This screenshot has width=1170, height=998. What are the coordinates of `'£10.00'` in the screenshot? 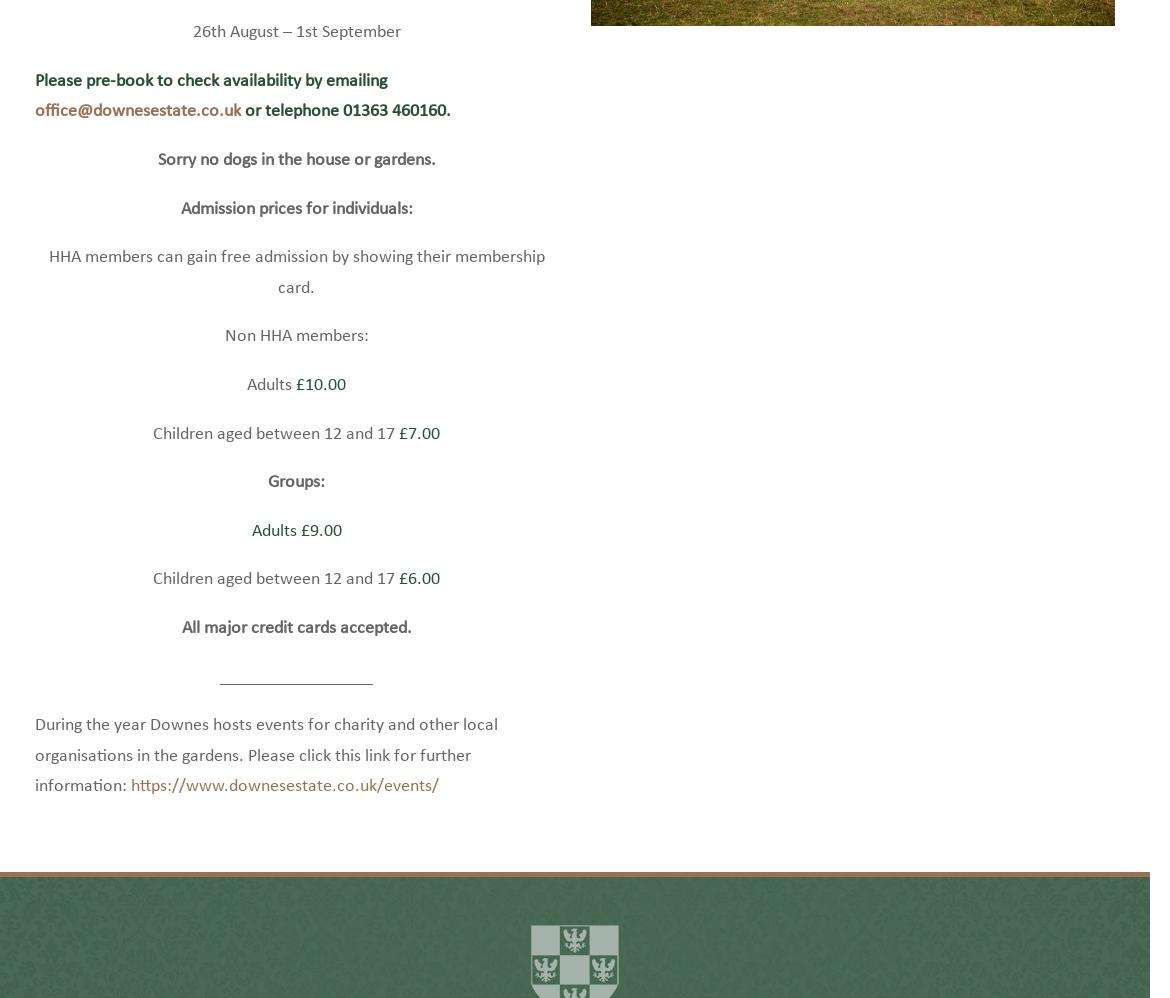 It's located at (320, 414).